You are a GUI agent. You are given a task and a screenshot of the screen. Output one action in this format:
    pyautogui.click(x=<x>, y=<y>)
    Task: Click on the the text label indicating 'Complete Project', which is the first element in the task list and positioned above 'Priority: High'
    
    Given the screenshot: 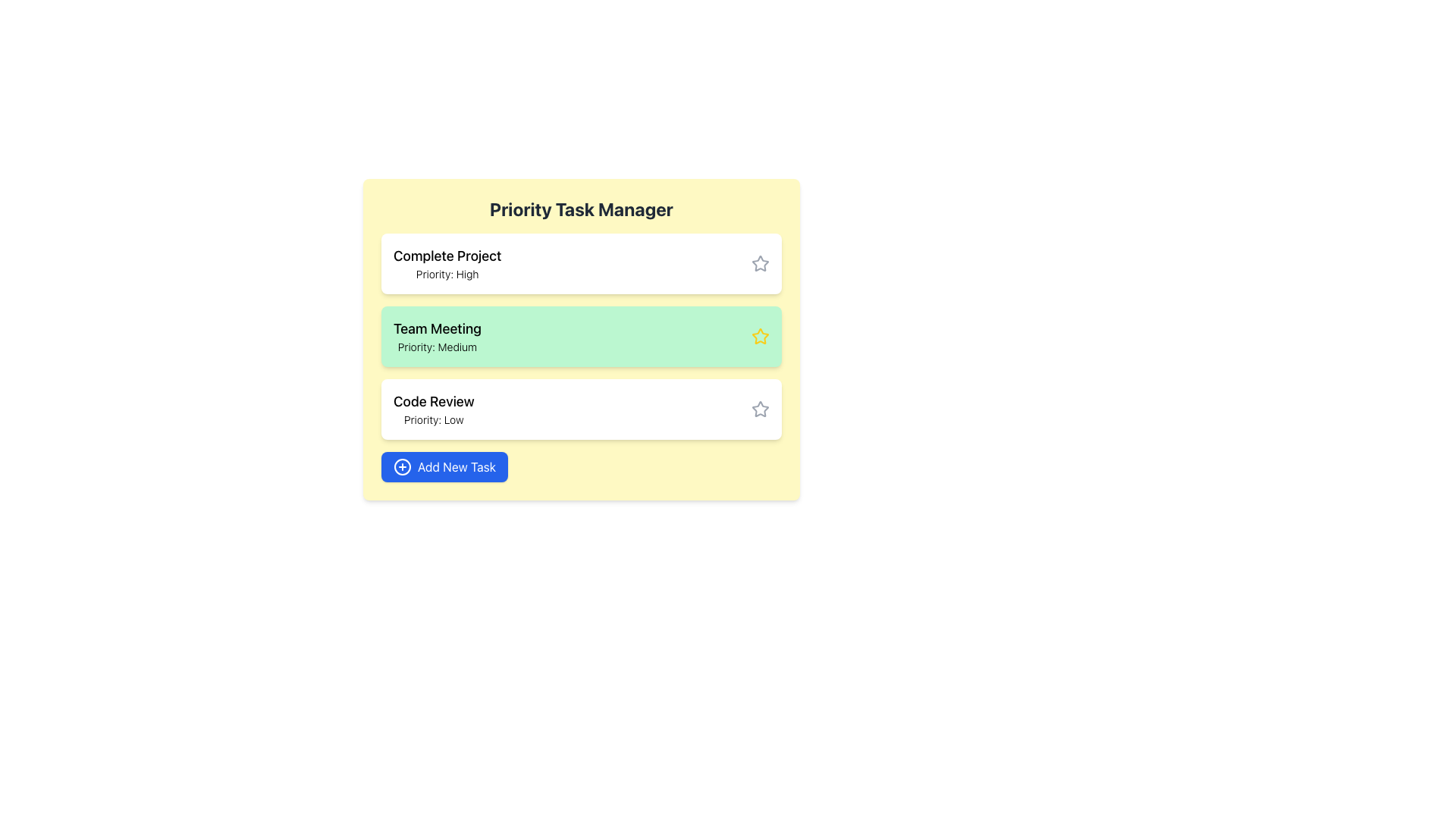 What is the action you would take?
    pyautogui.click(x=447, y=256)
    